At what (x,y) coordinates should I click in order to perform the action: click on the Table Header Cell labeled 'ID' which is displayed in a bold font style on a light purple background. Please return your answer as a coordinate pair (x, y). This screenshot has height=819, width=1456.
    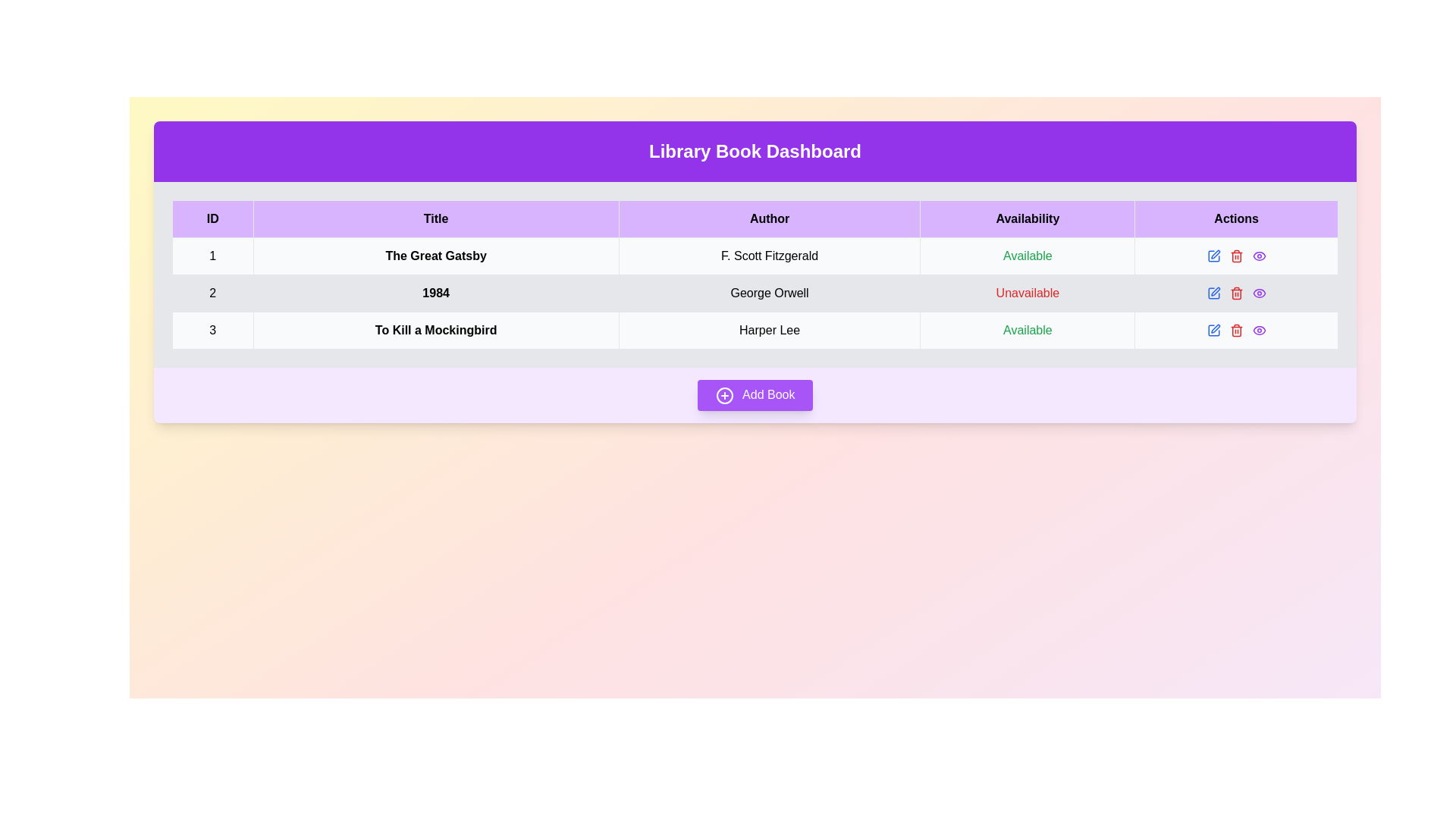
    Looking at the image, I should click on (212, 219).